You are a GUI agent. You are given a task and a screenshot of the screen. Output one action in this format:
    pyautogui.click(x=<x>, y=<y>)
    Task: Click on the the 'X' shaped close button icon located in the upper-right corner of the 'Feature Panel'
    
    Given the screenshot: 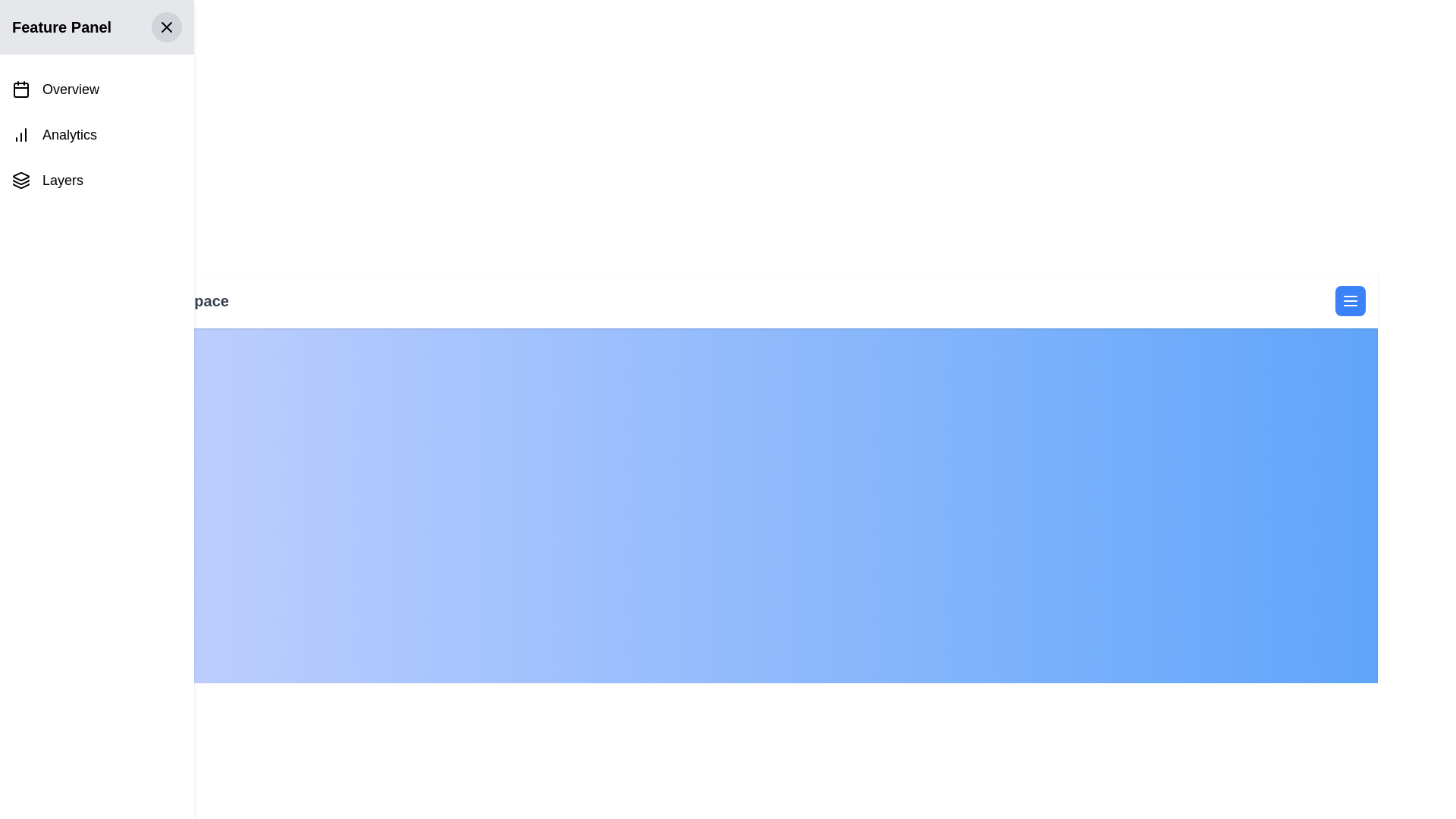 What is the action you would take?
    pyautogui.click(x=167, y=27)
    